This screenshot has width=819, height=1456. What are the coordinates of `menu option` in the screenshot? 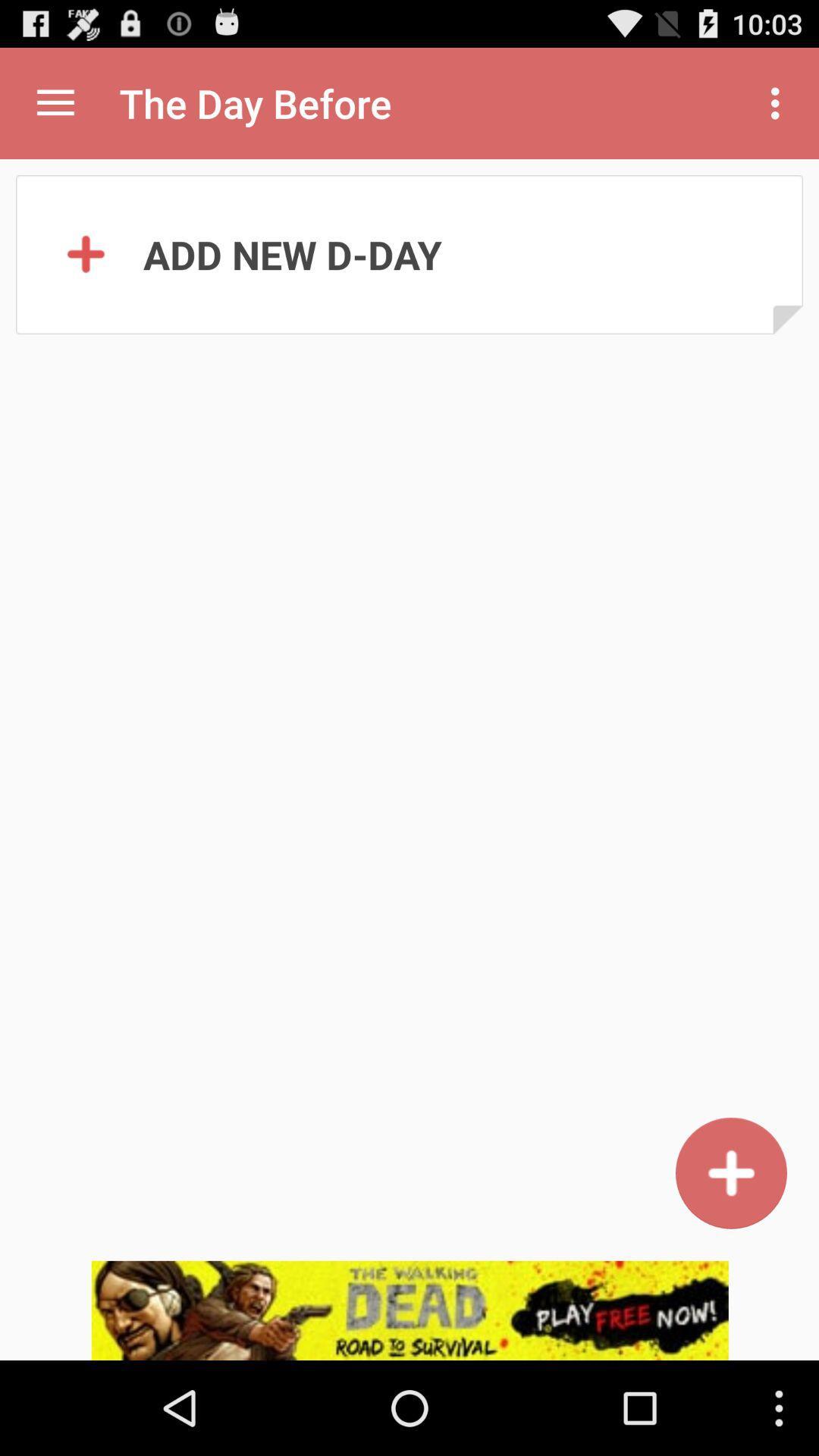 It's located at (55, 102).